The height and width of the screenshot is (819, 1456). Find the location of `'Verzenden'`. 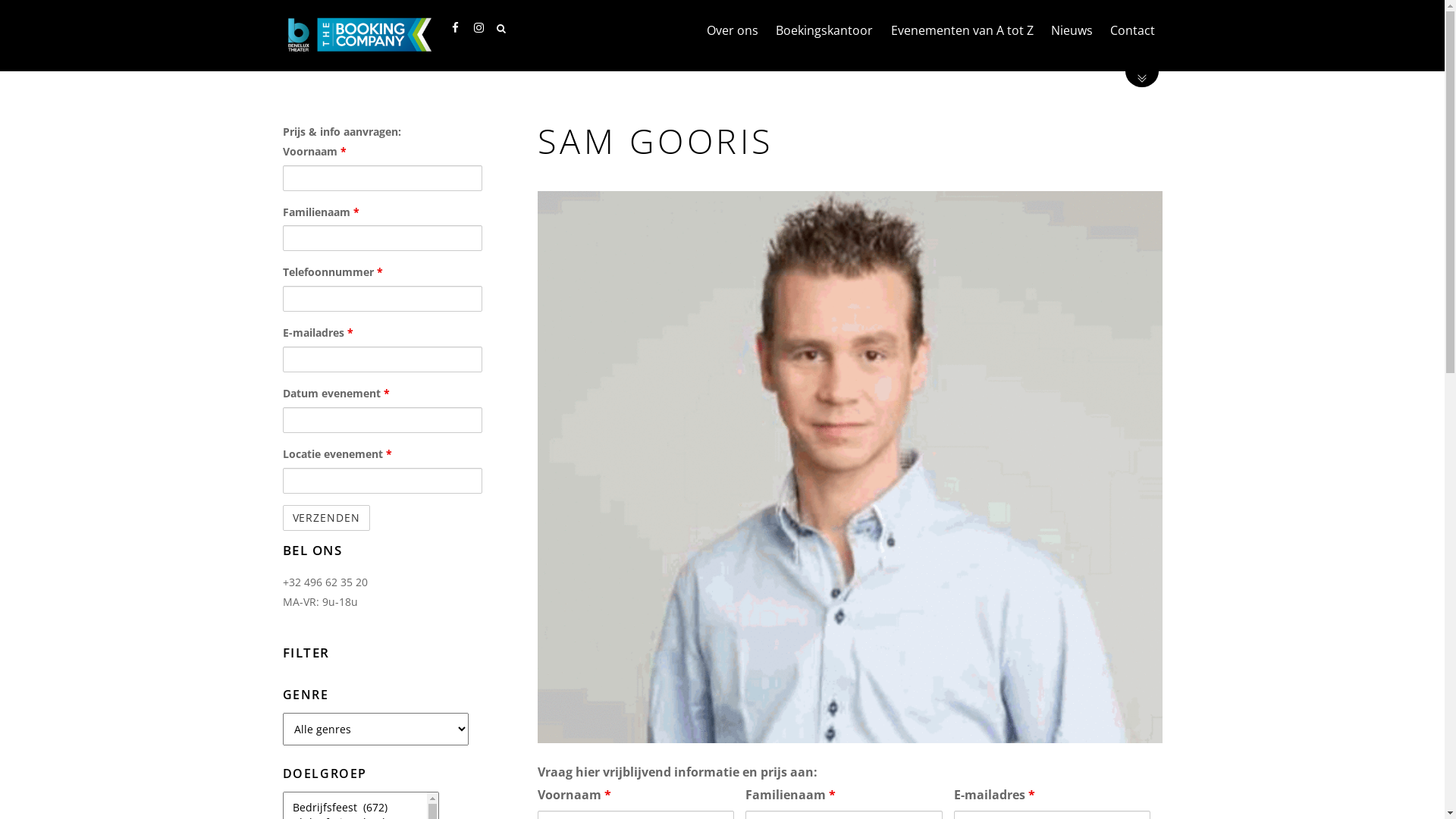

'Verzenden' is located at coordinates (325, 516).